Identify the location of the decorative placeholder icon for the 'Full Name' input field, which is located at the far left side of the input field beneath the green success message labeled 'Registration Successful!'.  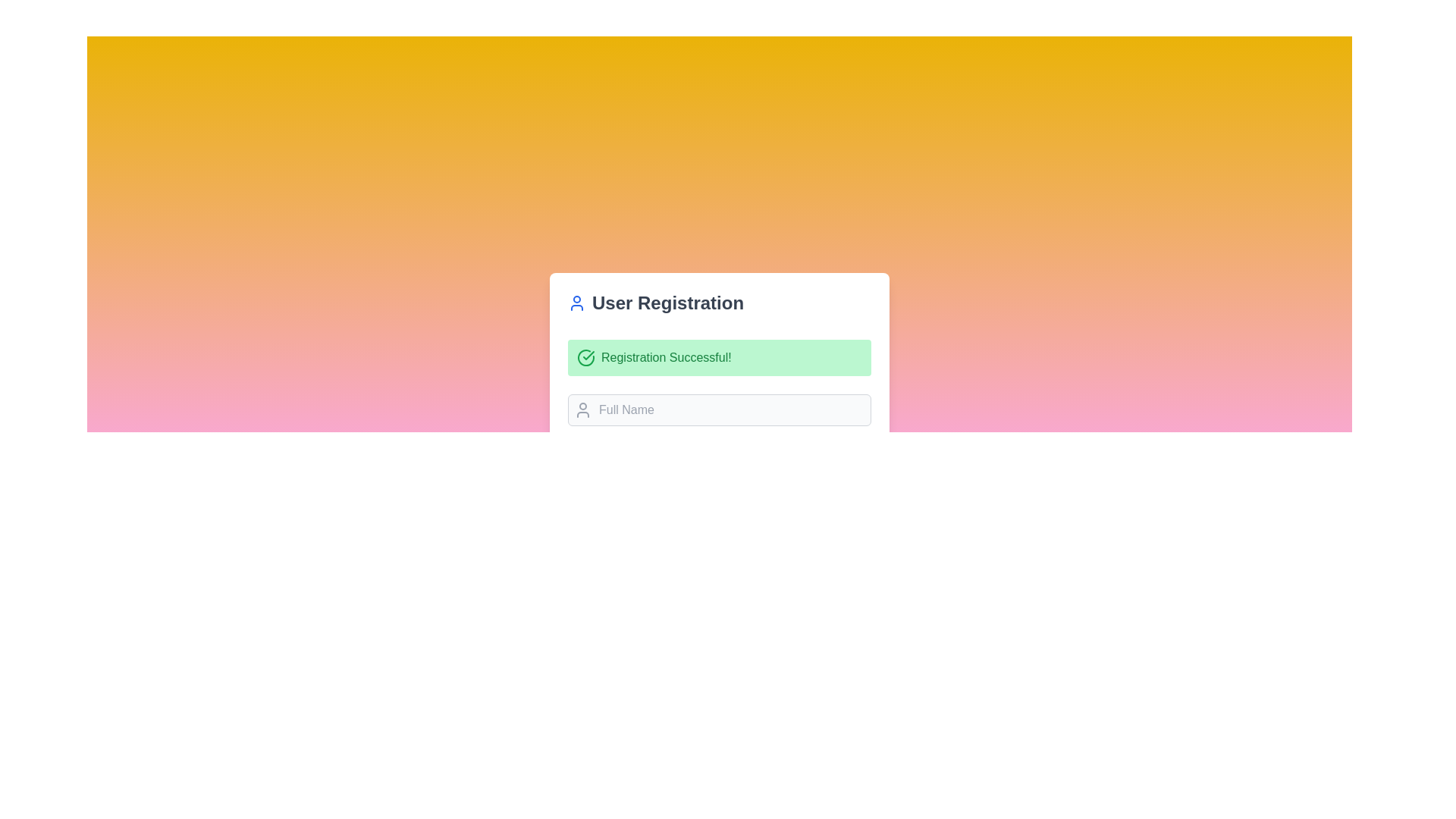
(582, 409).